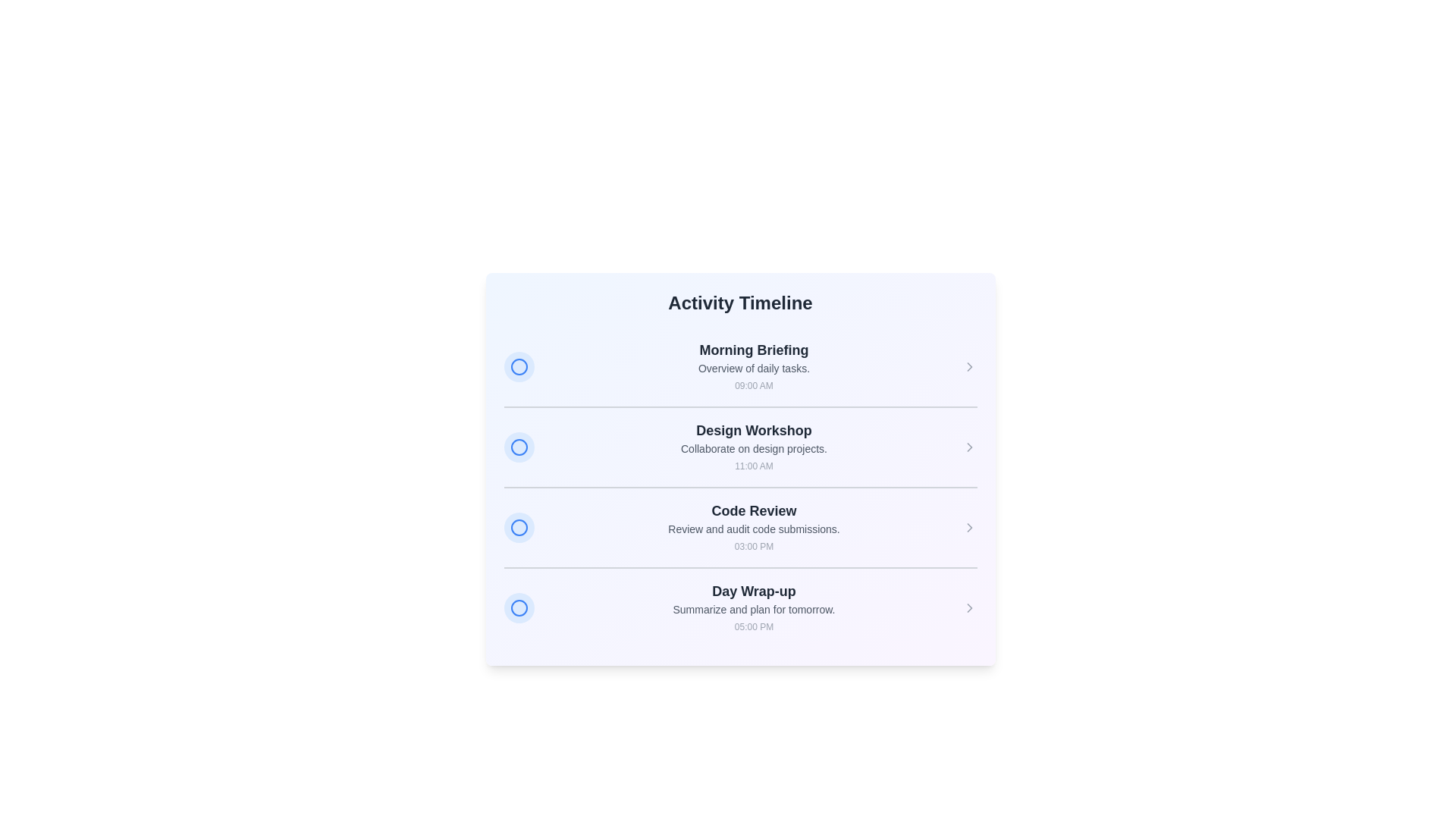 This screenshot has height=819, width=1456. I want to click on the icon associated with the 'Day Wrap-up' timeline entry, which is located at the far left of the row containing the text 'Day Wrap-up', 'Summarize and plan for tomorrow.', and '05:00 PM', so click(519, 607).